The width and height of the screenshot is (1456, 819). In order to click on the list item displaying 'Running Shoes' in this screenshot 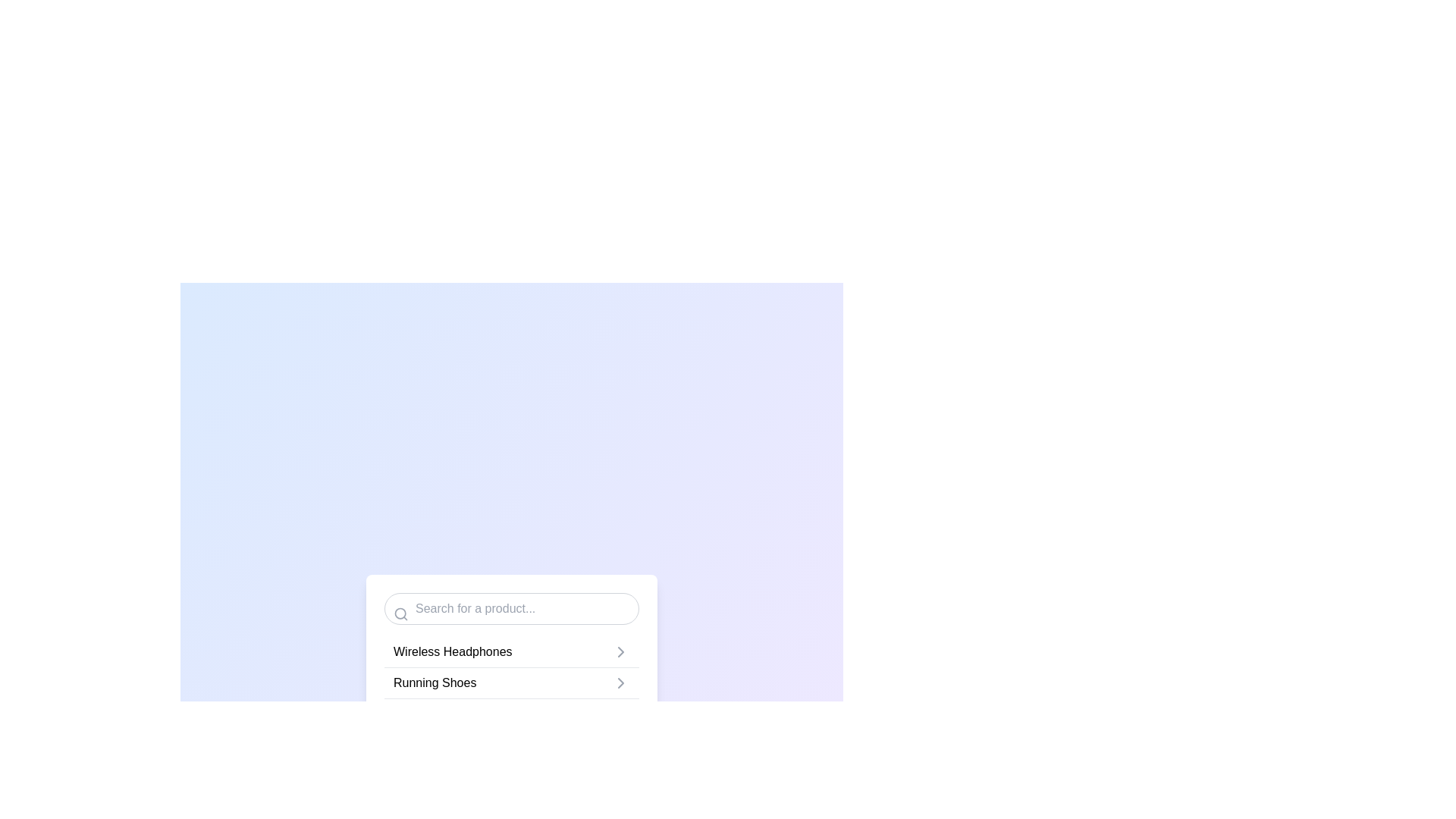, I will do `click(512, 681)`.